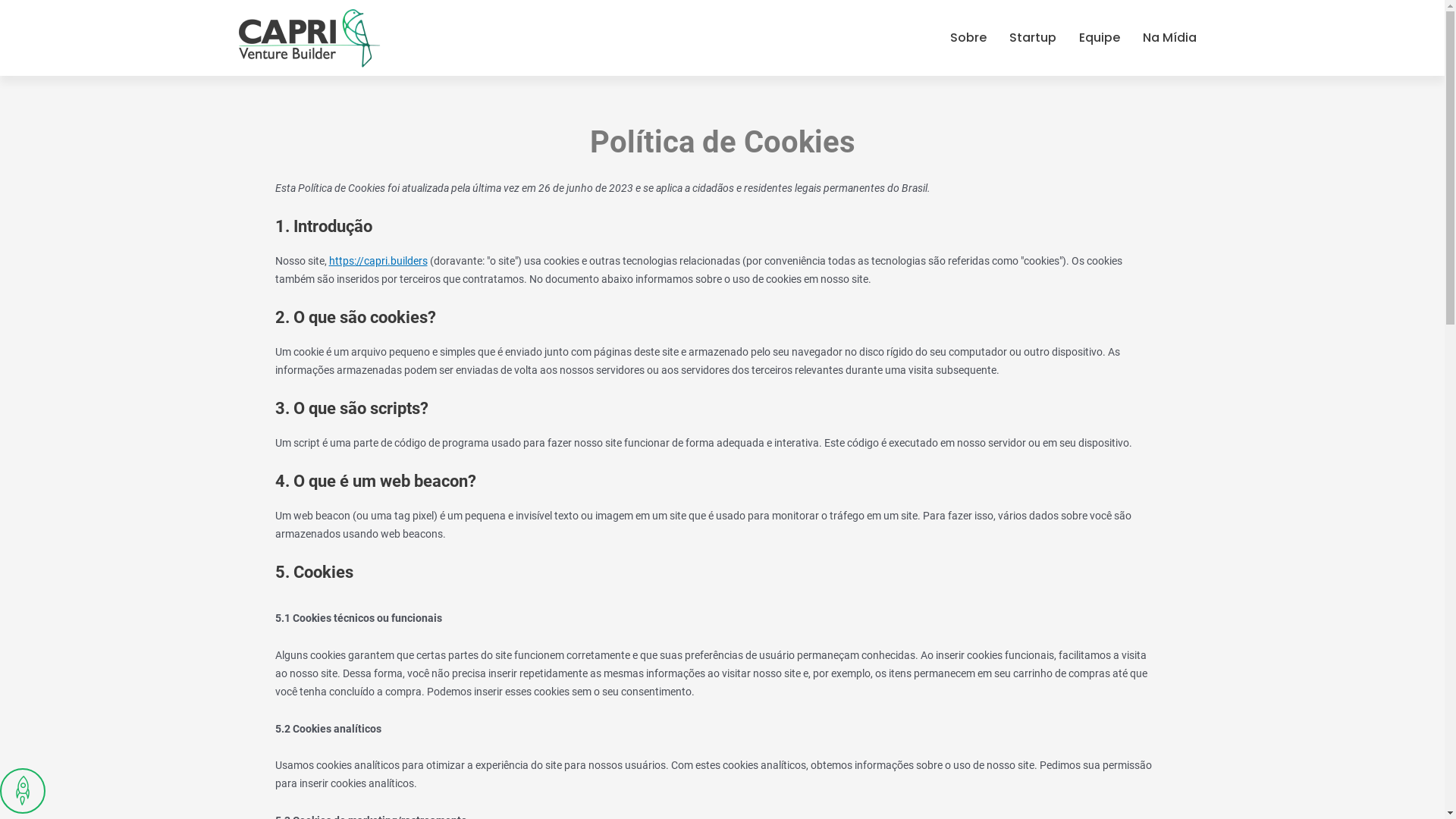  What do you see at coordinates (967, 37) in the screenshot?
I see `'Sobre'` at bounding box center [967, 37].